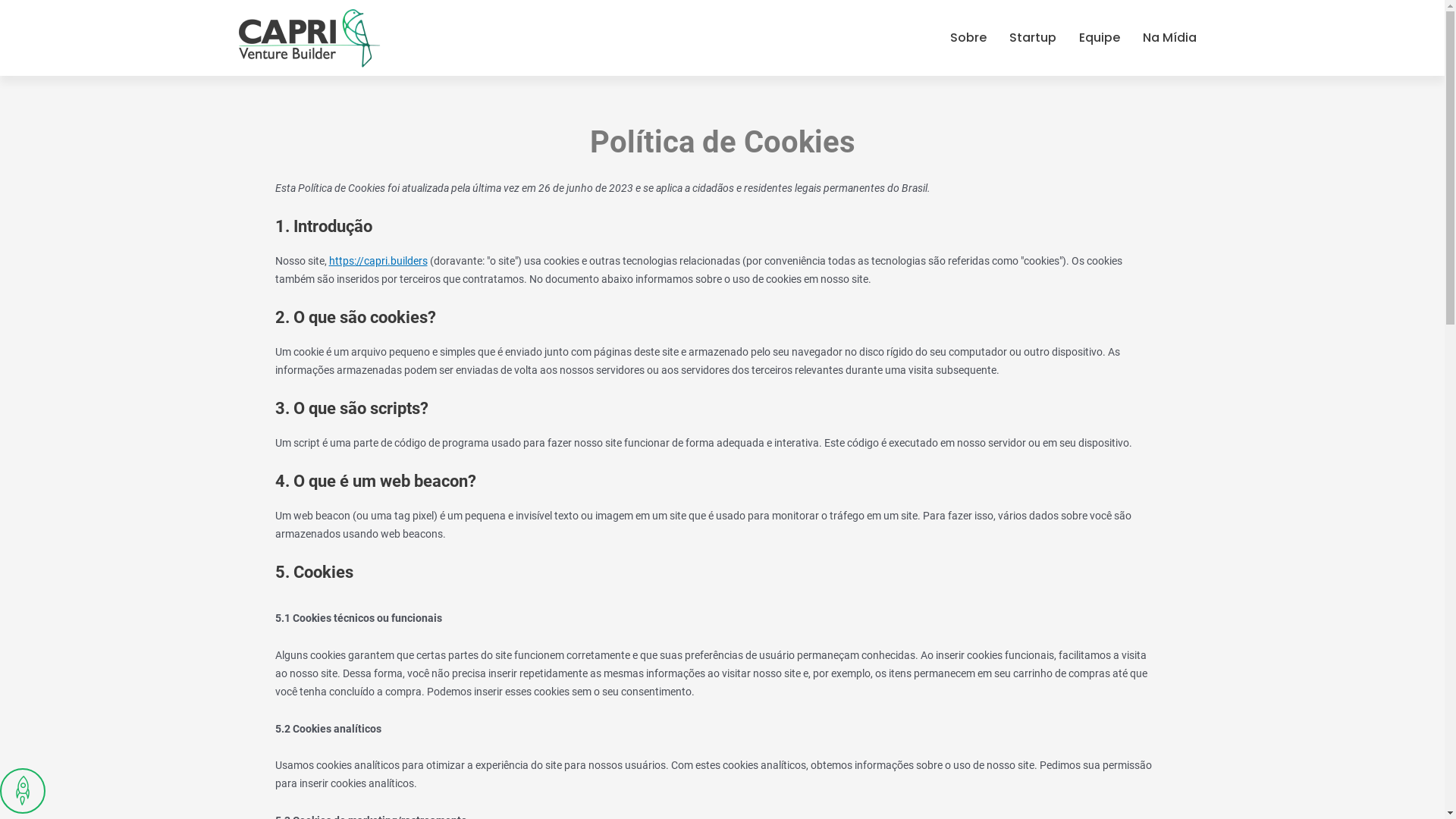  What do you see at coordinates (967, 37) in the screenshot?
I see `'Sobre'` at bounding box center [967, 37].